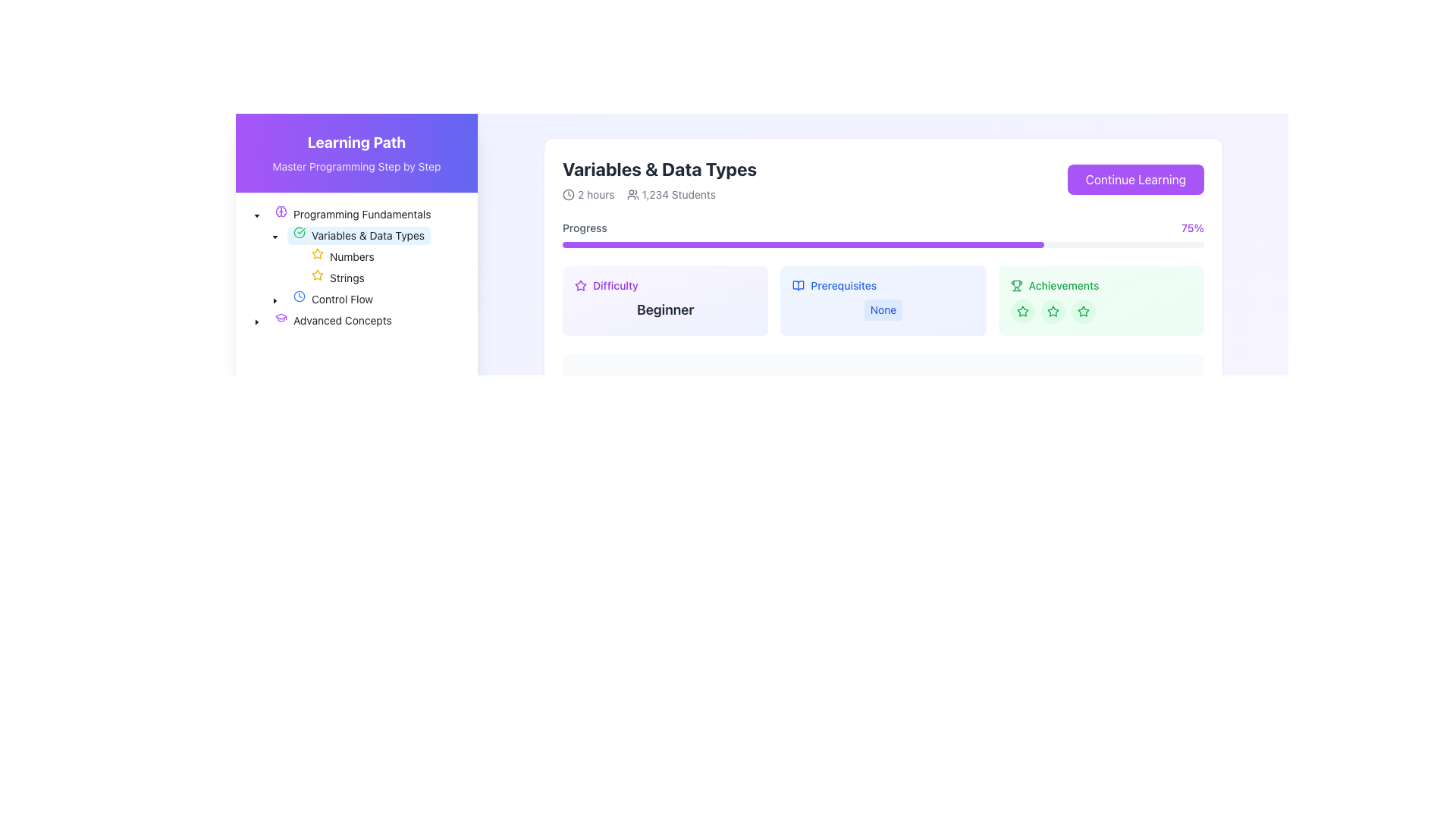  What do you see at coordinates (843, 286) in the screenshot?
I see `the static text label displaying 'Prerequisites', which is styled in blue and located beside an icon resembling an open book, within the informational components under 'Variables & Data Types'` at bounding box center [843, 286].